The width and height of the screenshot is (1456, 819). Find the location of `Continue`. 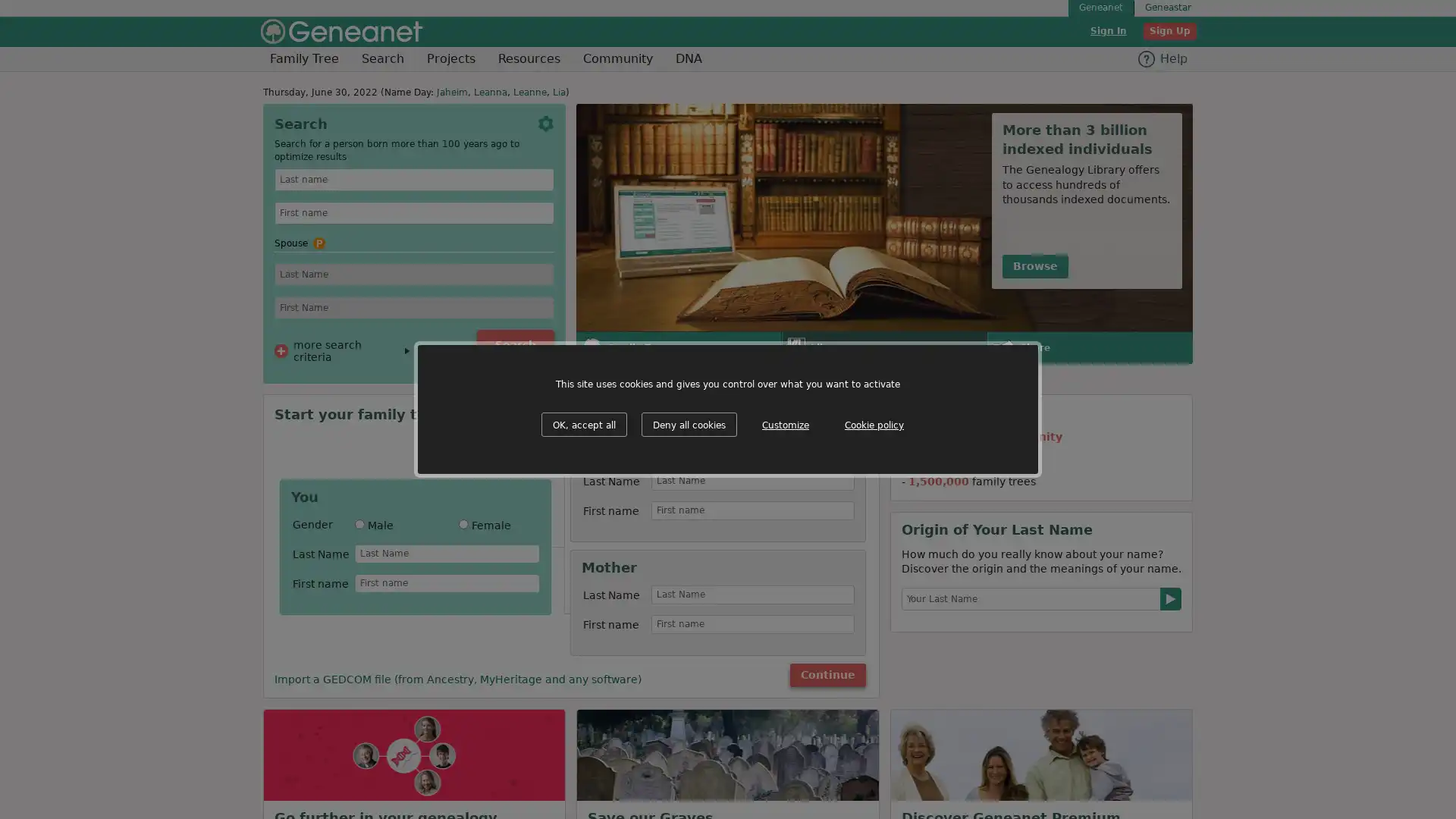

Continue is located at coordinates (826, 673).